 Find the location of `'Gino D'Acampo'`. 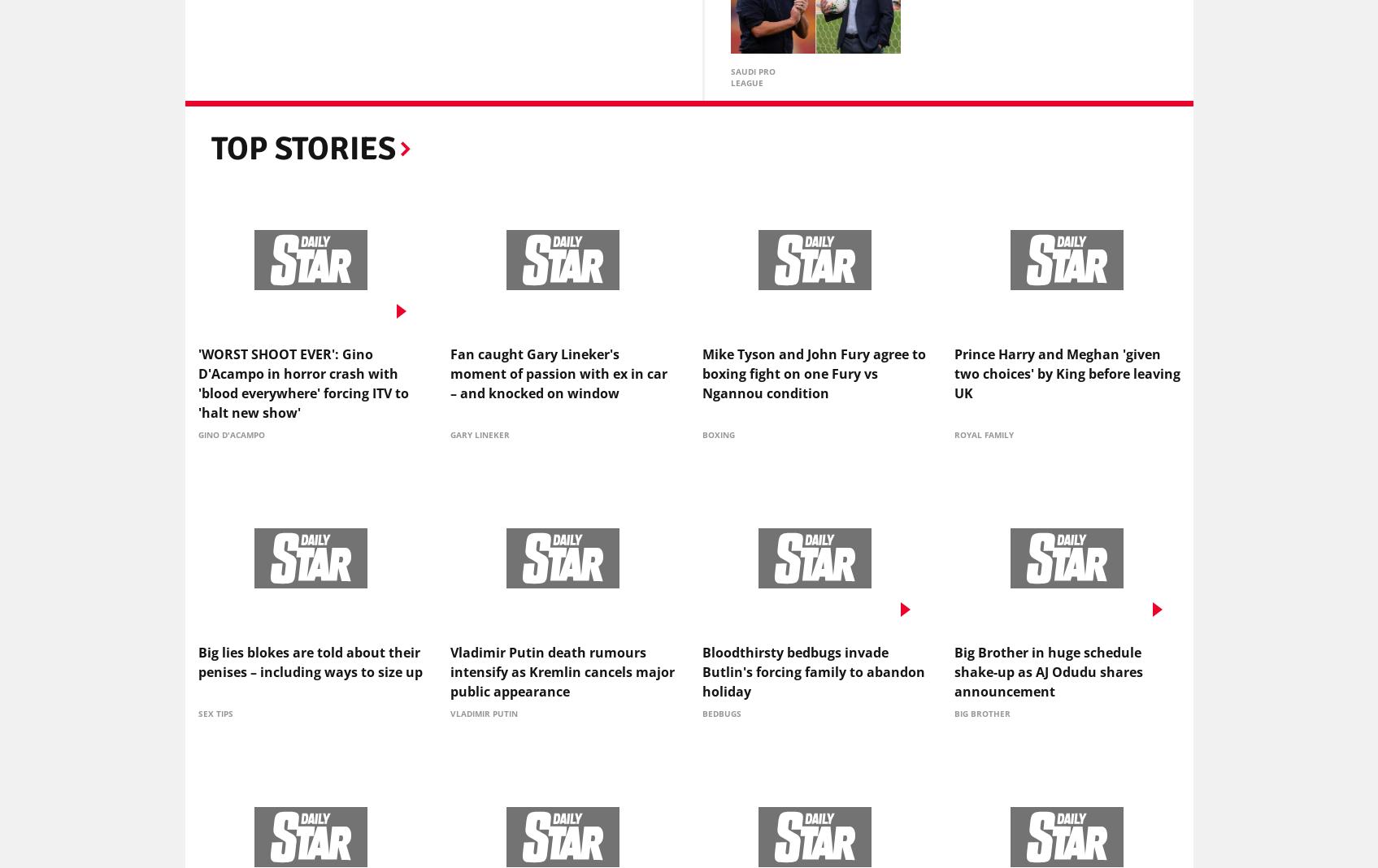

'Gino D'Acampo' is located at coordinates (231, 437).